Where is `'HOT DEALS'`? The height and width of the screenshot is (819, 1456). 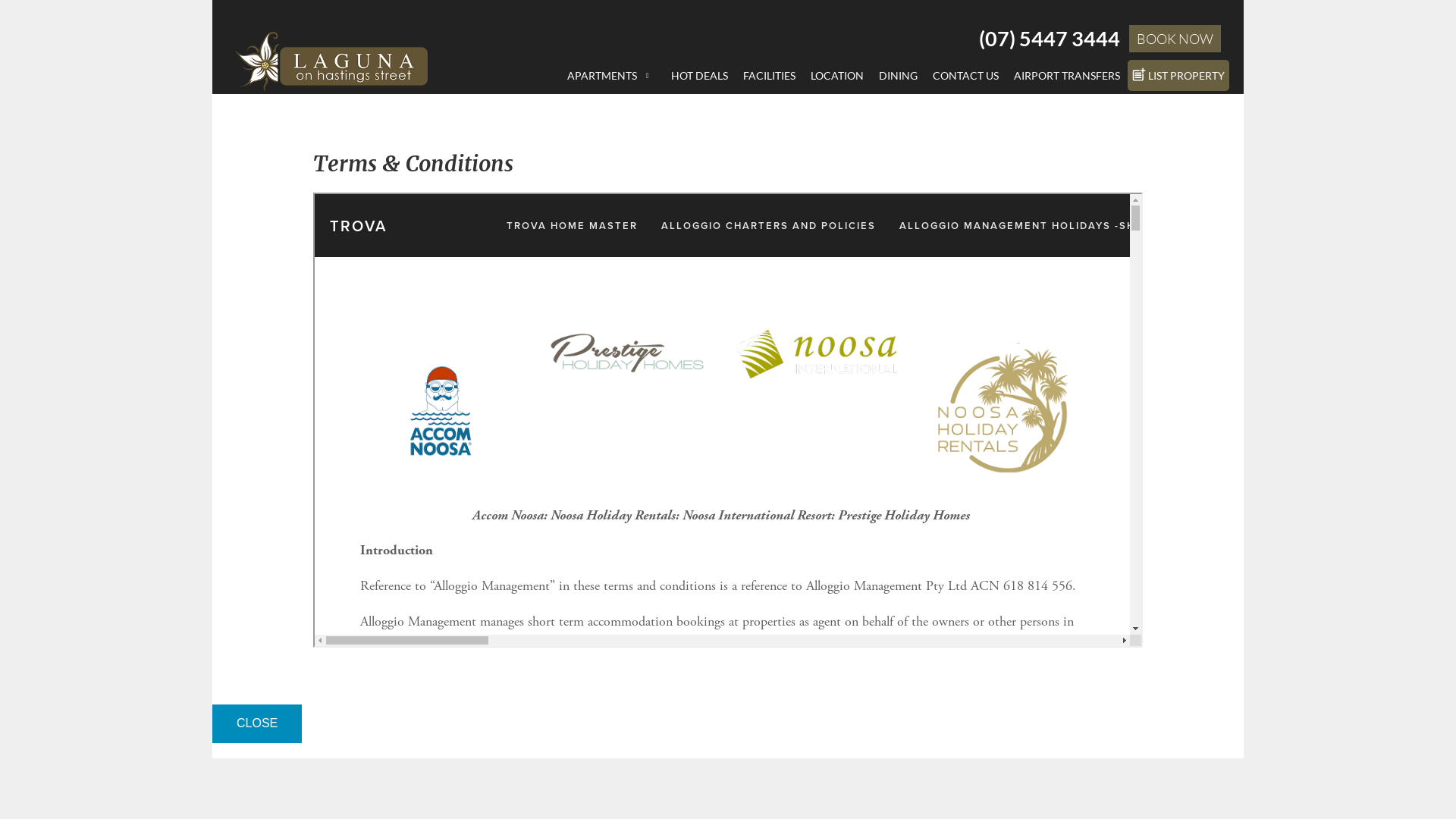 'HOT DEALS' is located at coordinates (663, 75).